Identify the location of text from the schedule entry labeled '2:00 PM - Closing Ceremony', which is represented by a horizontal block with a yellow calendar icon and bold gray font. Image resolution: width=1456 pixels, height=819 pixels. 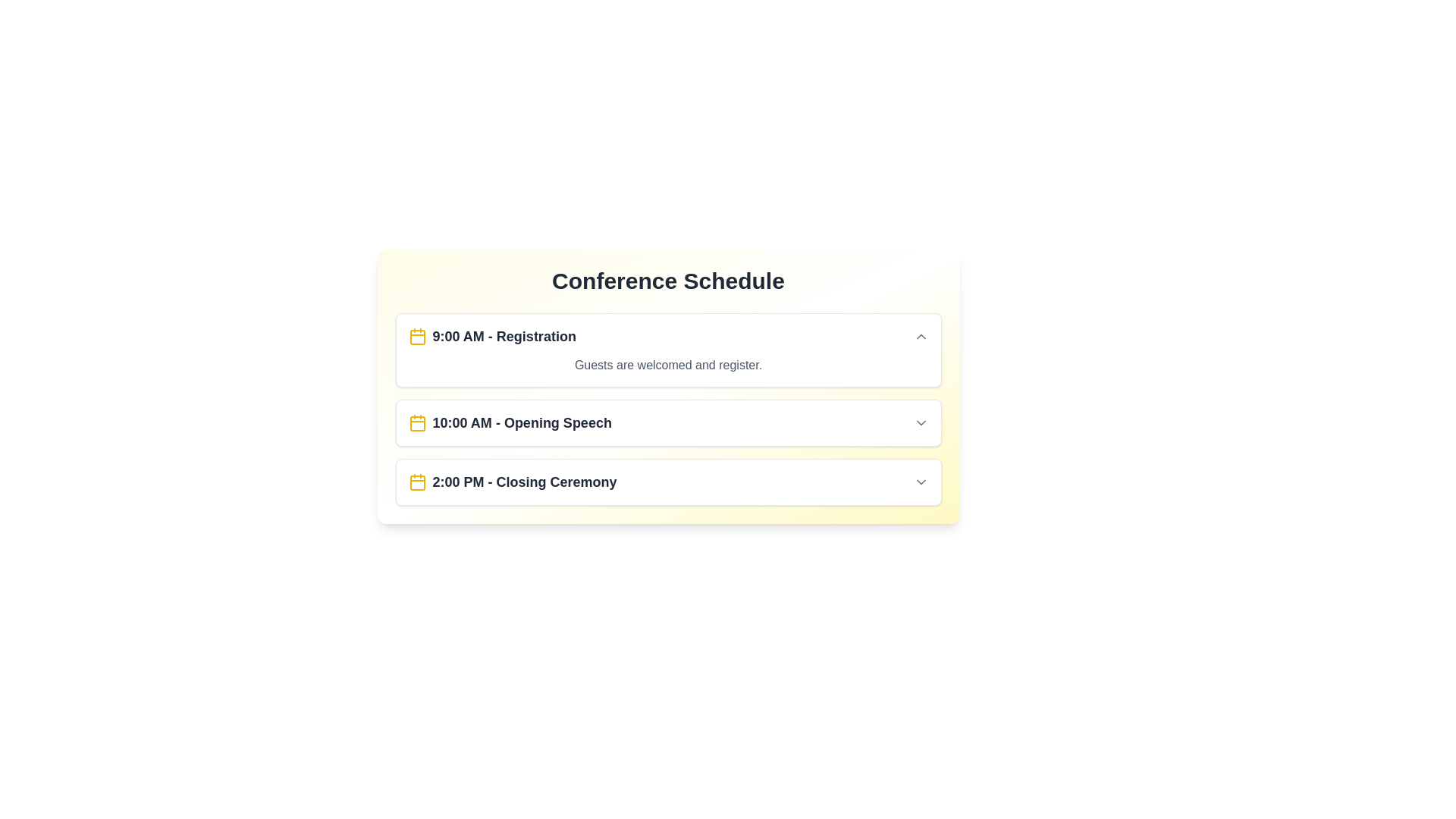
(513, 482).